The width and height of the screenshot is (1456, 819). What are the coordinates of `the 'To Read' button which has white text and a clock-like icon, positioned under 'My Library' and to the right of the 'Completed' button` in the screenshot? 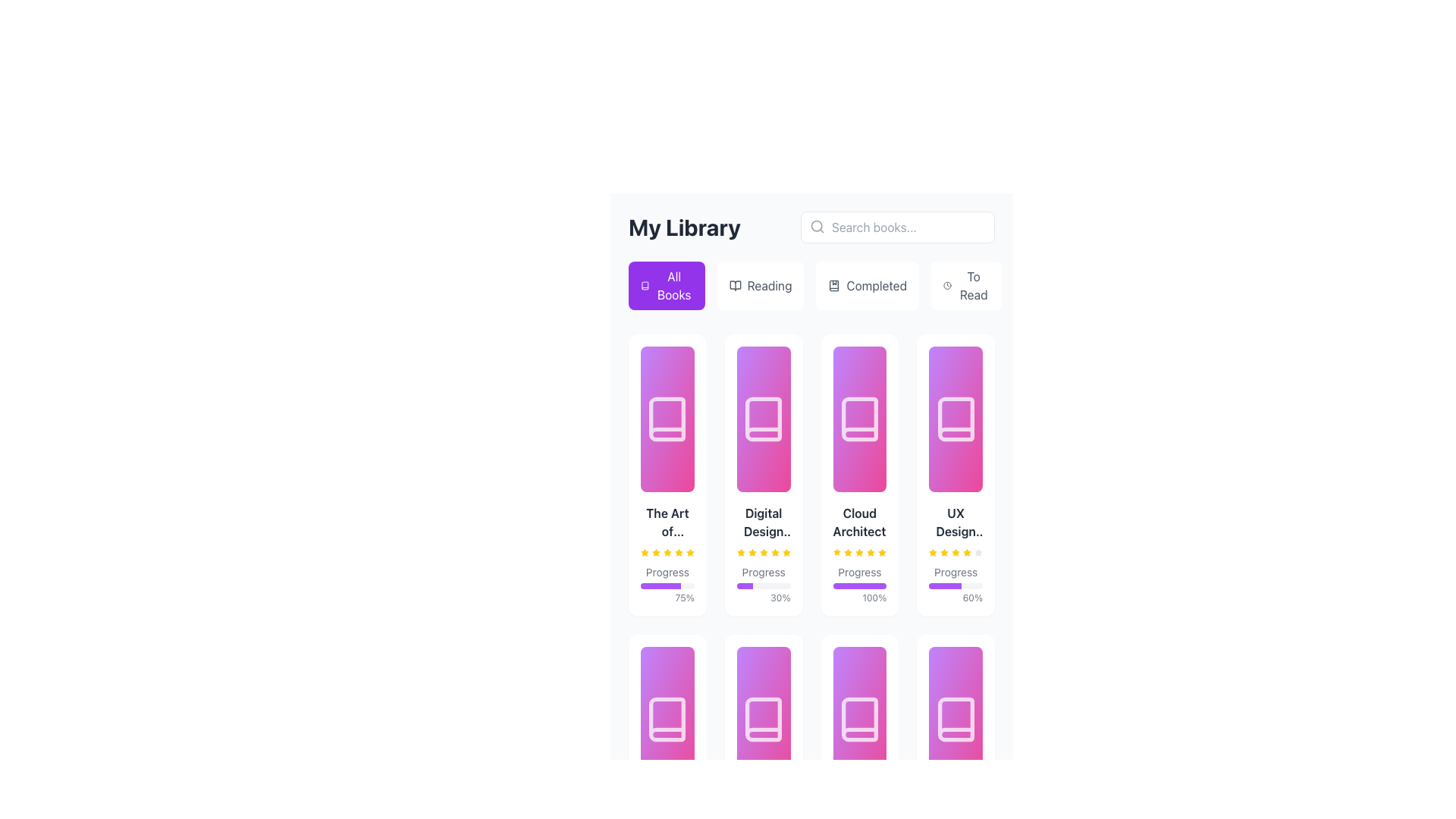 It's located at (965, 286).